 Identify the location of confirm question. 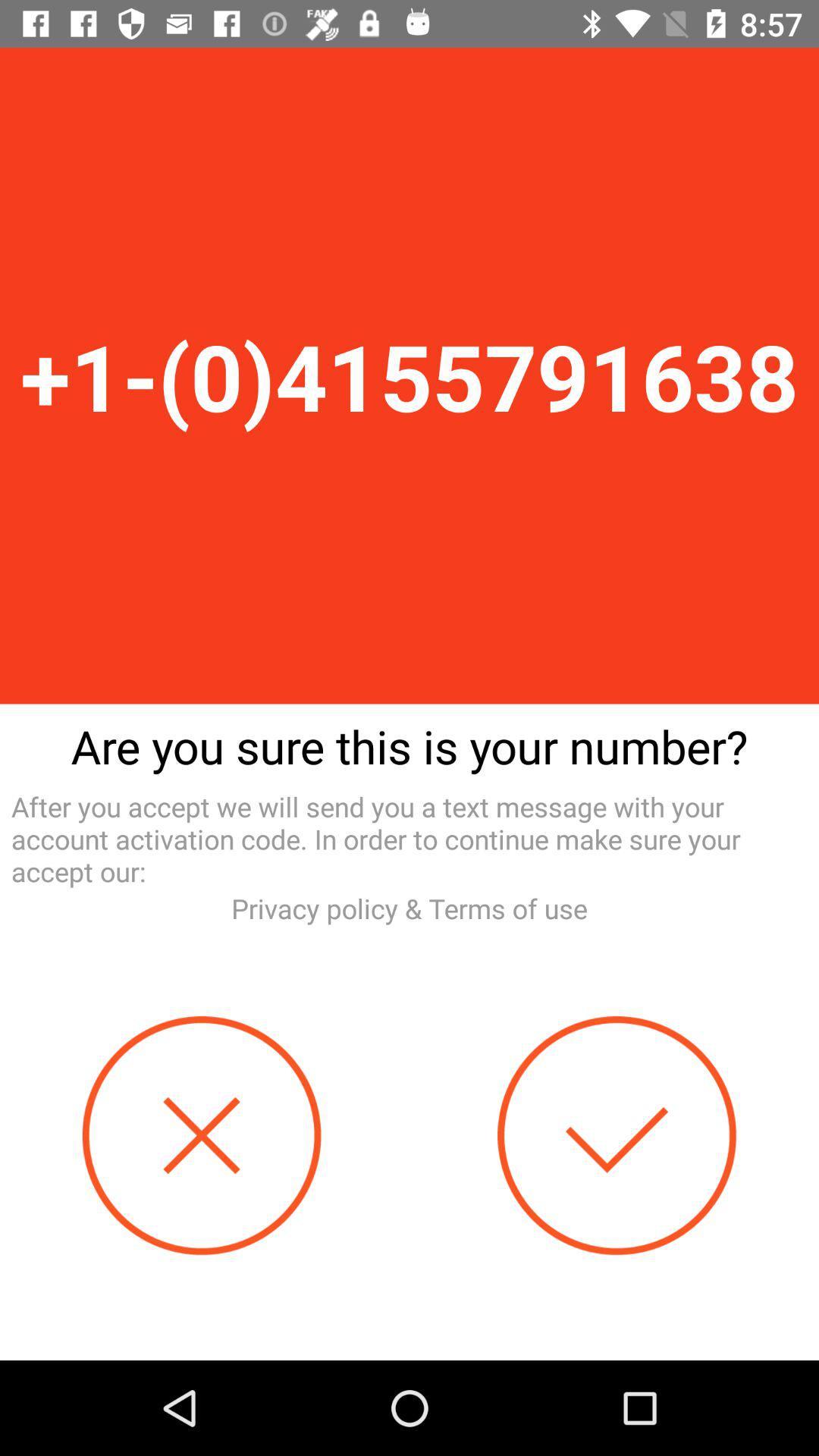
(617, 1135).